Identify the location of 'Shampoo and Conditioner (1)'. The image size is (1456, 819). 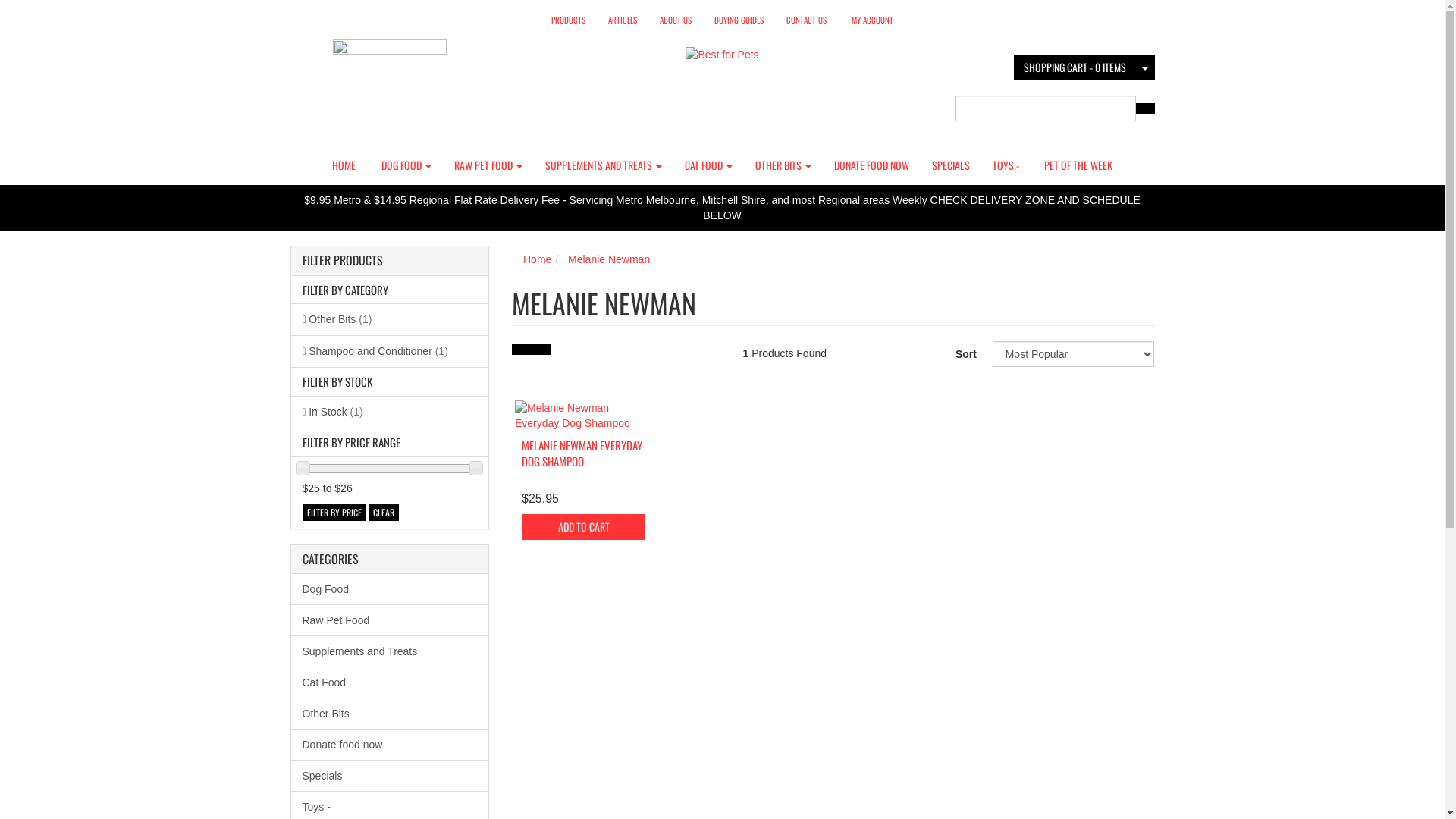
(390, 350).